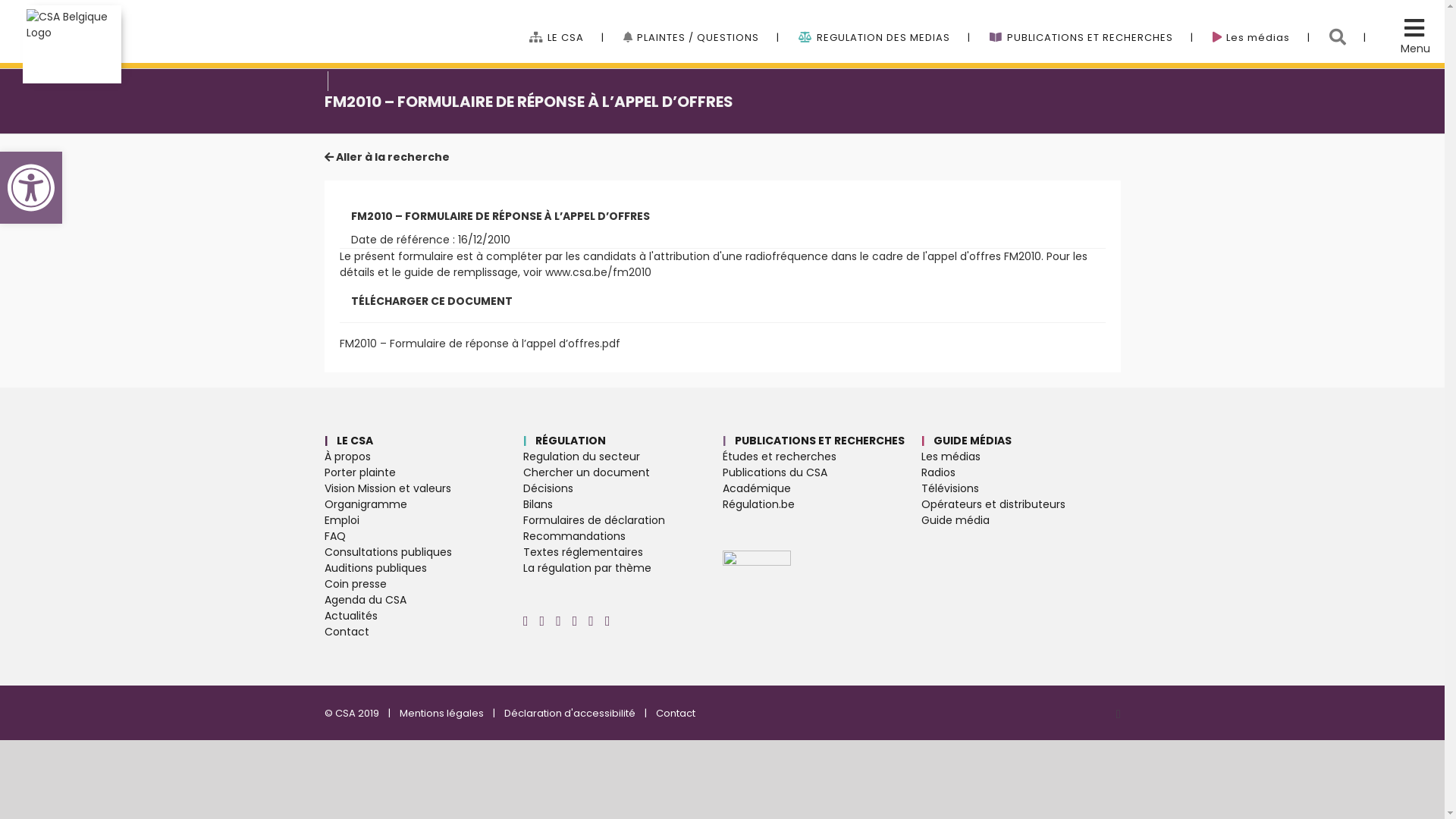 Image resolution: width=1456 pixels, height=819 pixels. What do you see at coordinates (424, 568) in the screenshot?
I see `'Auditions publiques'` at bounding box center [424, 568].